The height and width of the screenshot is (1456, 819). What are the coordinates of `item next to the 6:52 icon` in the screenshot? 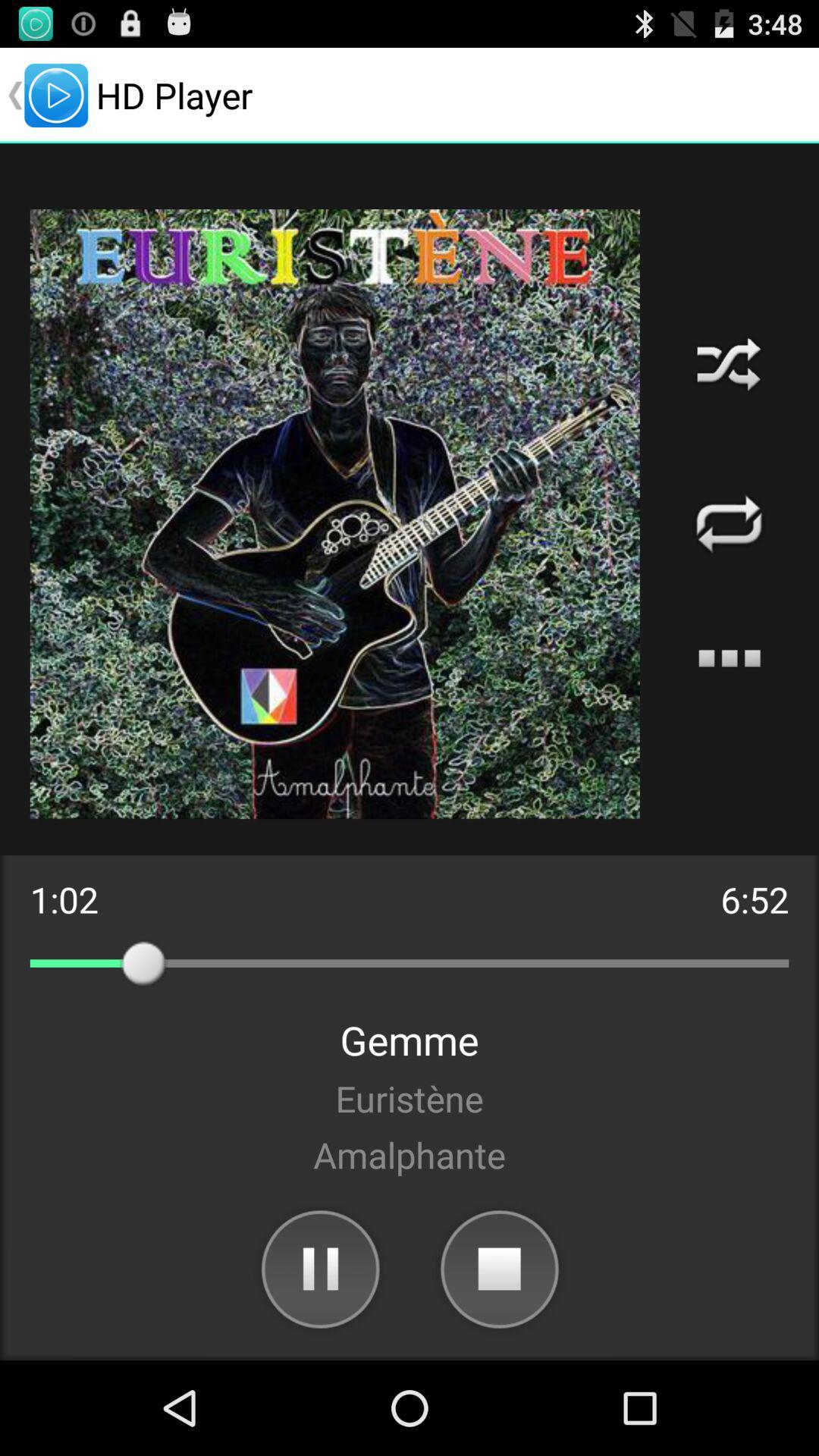 It's located at (63, 899).